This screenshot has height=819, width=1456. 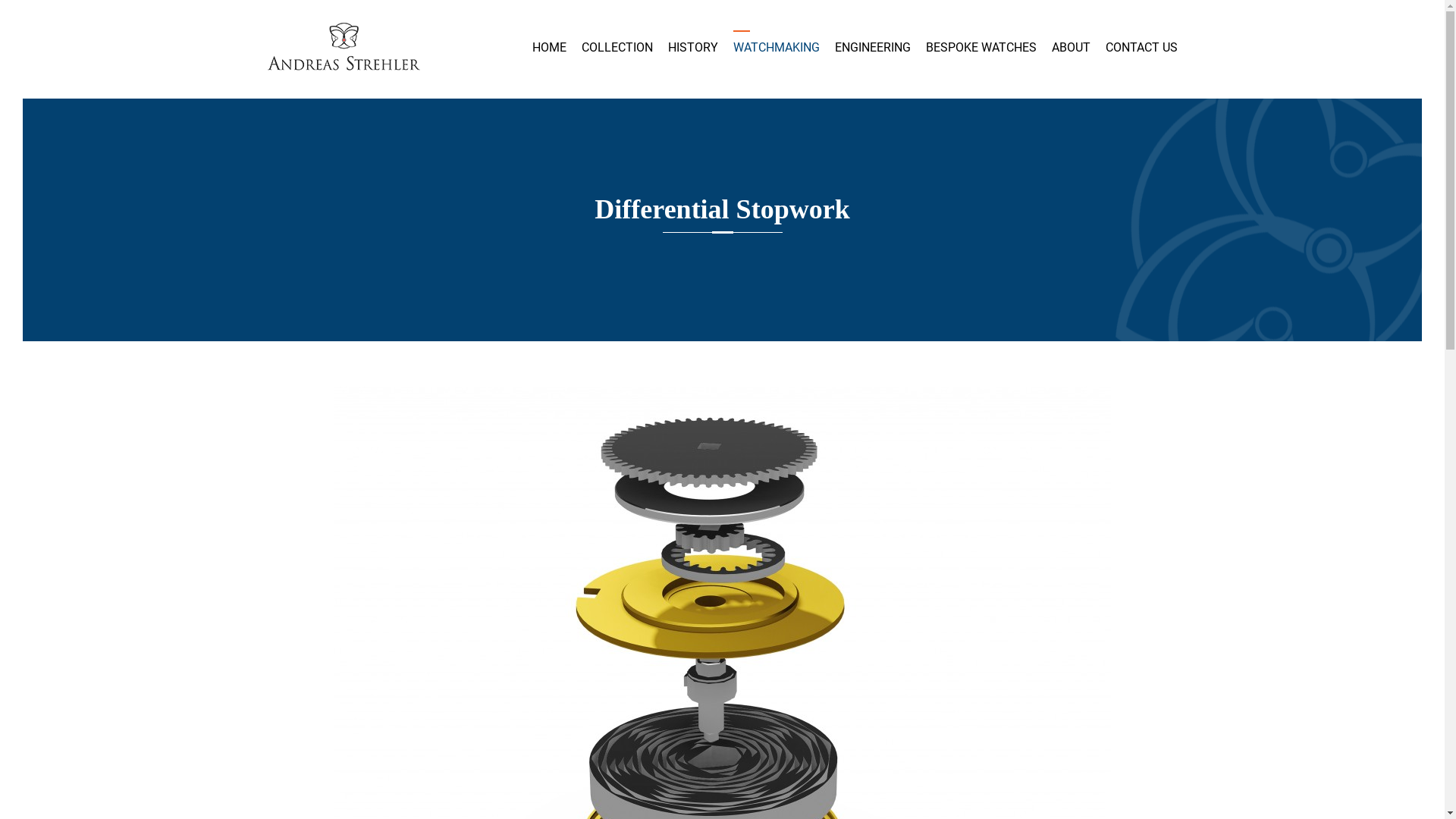 What do you see at coordinates (691, 46) in the screenshot?
I see `'HISTORY'` at bounding box center [691, 46].